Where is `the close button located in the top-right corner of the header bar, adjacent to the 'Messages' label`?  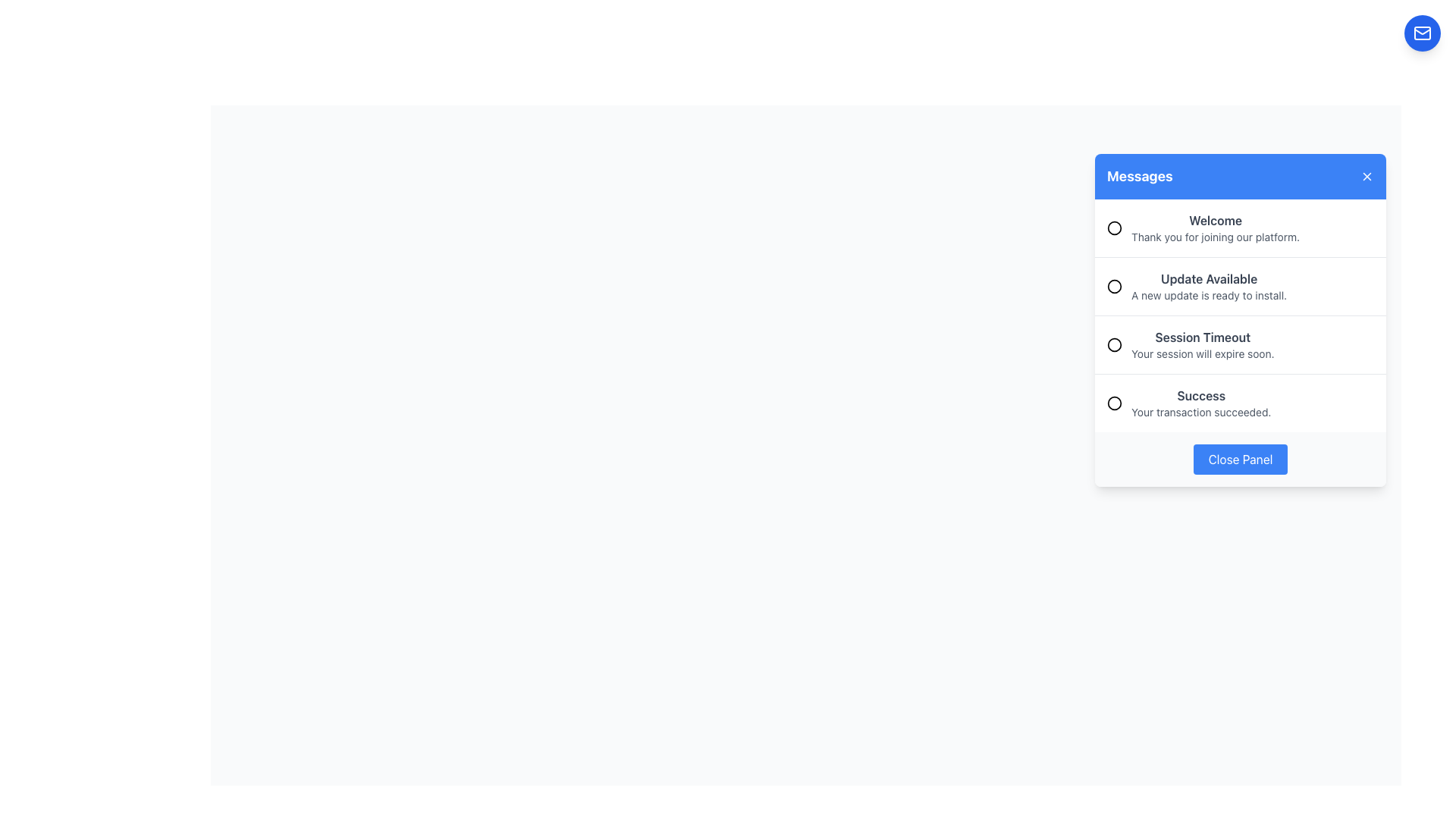 the close button located in the top-right corner of the header bar, adjacent to the 'Messages' label is located at coordinates (1367, 175).